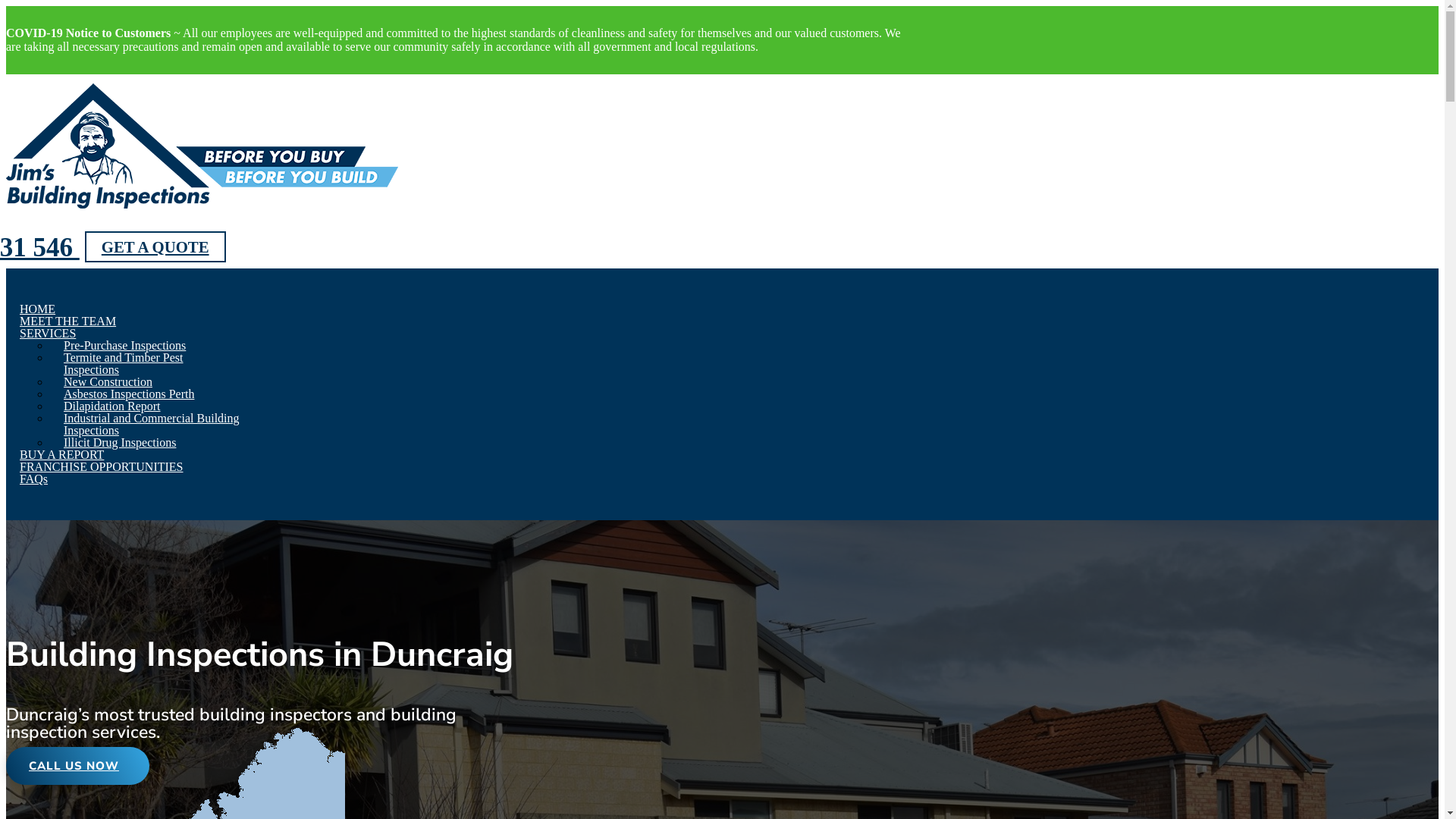 The image size is (1456, 819). I want to click on 'Termite and Timber Pest Inspections', so click(62, 363).